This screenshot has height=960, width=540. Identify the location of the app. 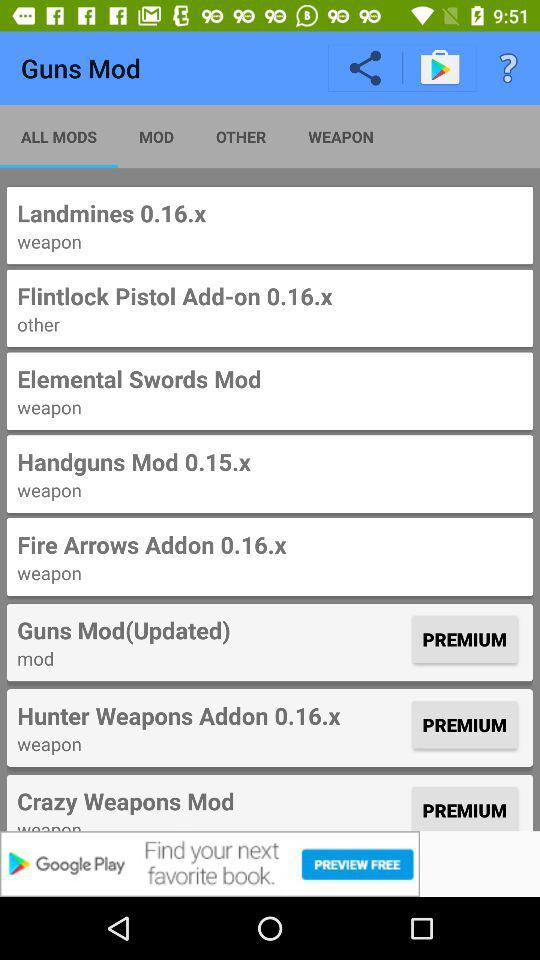
(270, 863).